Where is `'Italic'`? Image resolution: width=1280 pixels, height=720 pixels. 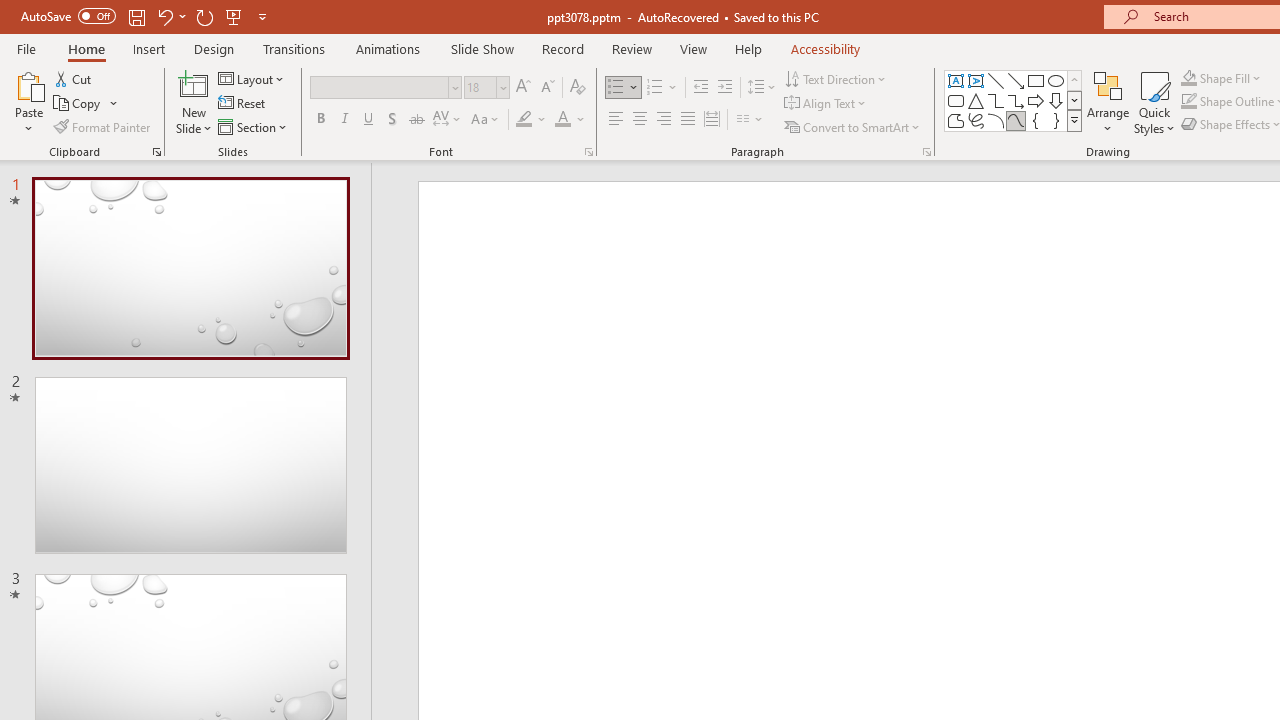 'Italic' is located at coordinates (344, 119).